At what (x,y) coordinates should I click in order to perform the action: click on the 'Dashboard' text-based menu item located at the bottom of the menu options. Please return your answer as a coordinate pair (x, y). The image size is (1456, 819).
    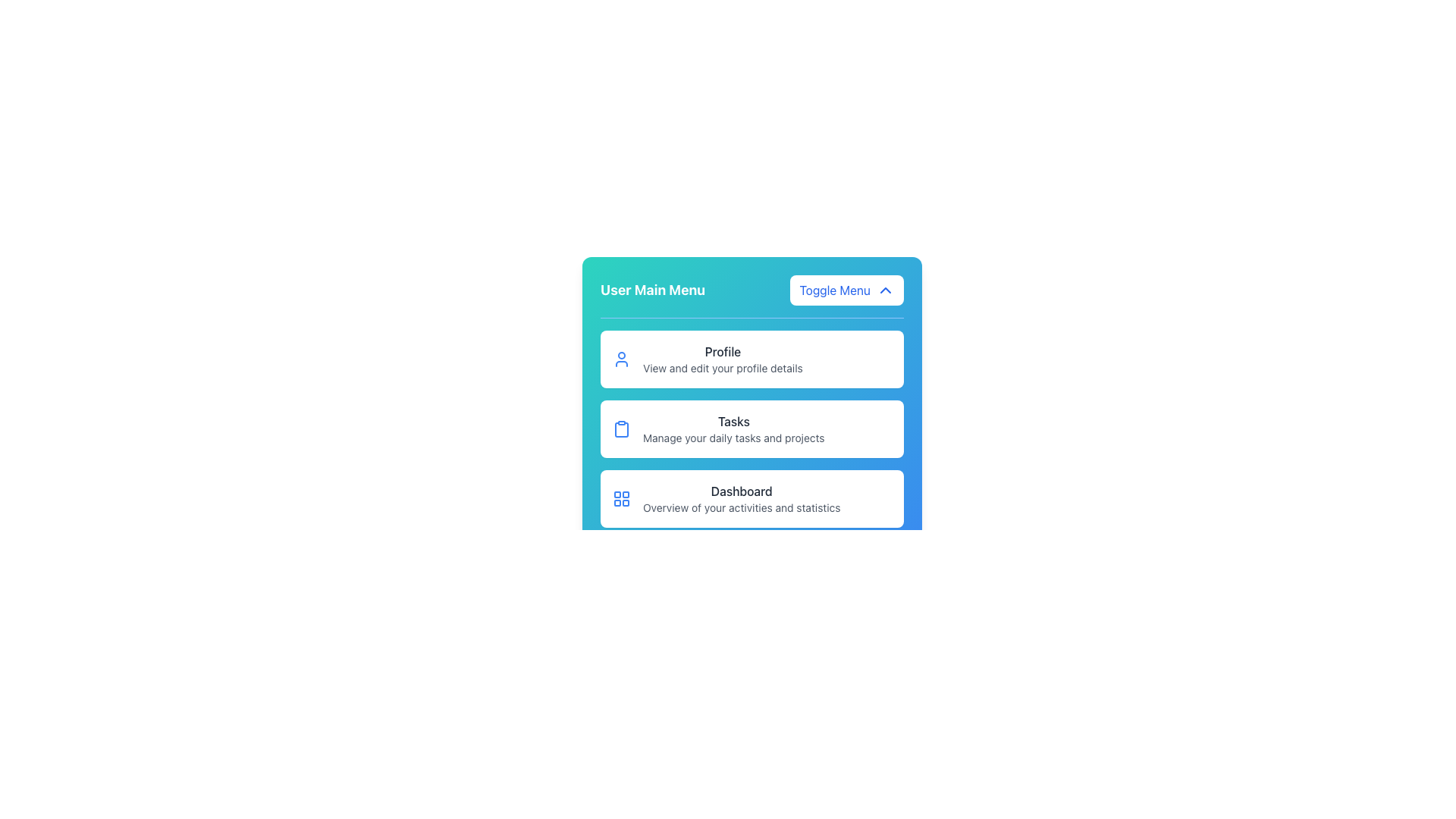
    Looking at the image, I should click on (742, 499).